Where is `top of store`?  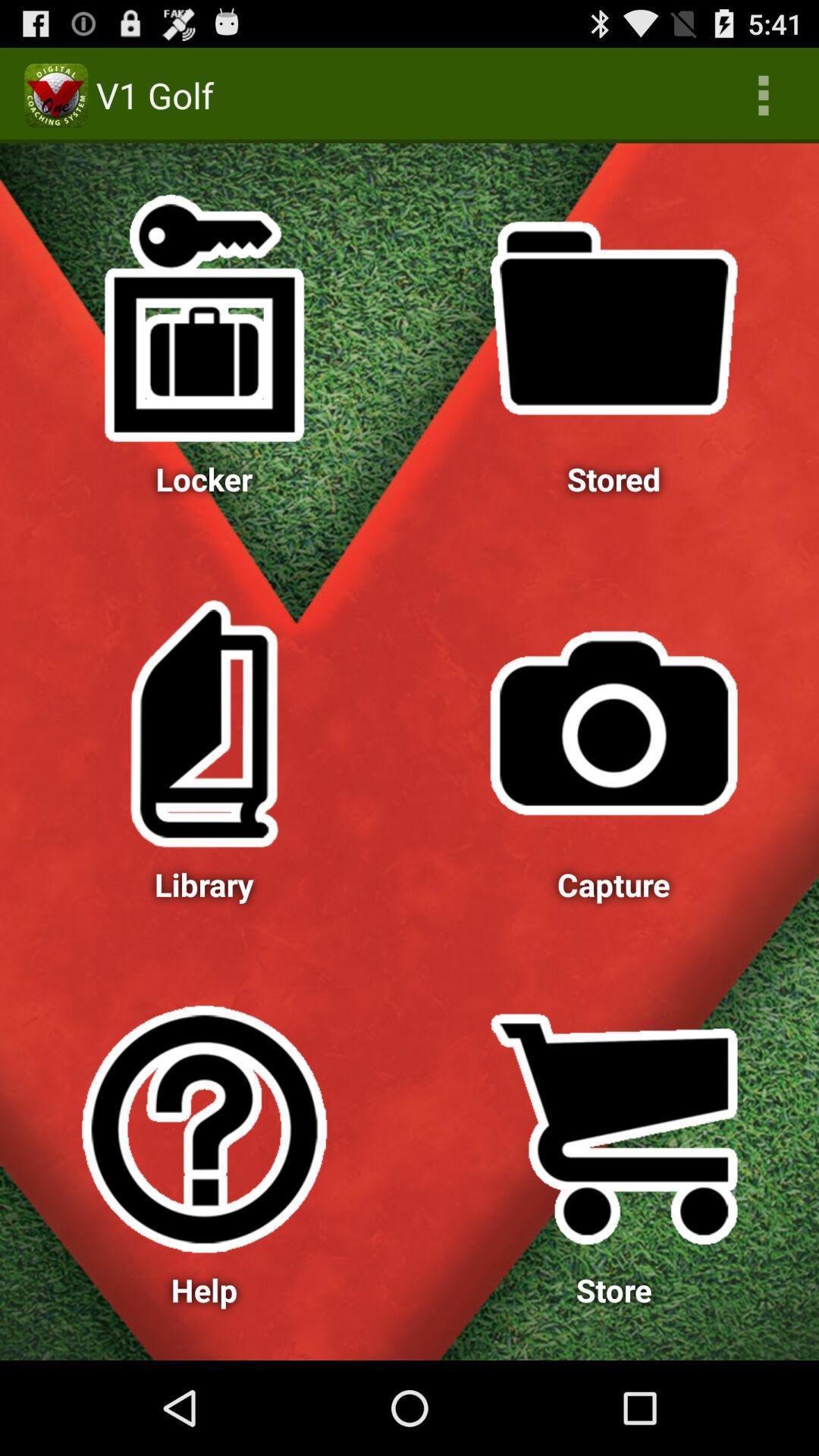 top of store is located at coordinates (614, 1128).